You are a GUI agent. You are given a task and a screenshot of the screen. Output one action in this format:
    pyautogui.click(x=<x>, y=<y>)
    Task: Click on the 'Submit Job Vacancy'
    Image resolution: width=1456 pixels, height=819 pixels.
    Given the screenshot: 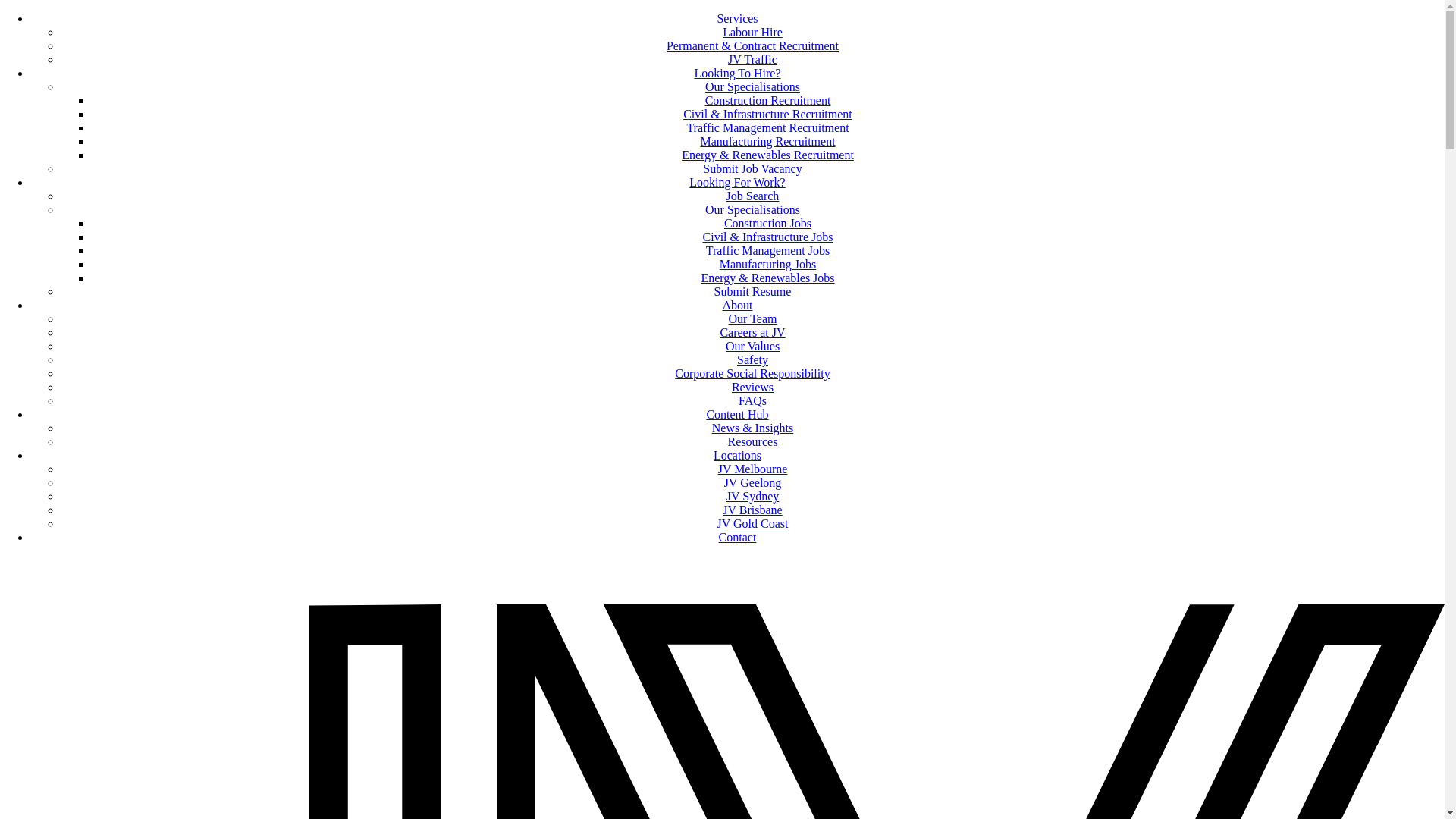 What is the action you would take?
    pyautogui.click(x=752, y=168)
    